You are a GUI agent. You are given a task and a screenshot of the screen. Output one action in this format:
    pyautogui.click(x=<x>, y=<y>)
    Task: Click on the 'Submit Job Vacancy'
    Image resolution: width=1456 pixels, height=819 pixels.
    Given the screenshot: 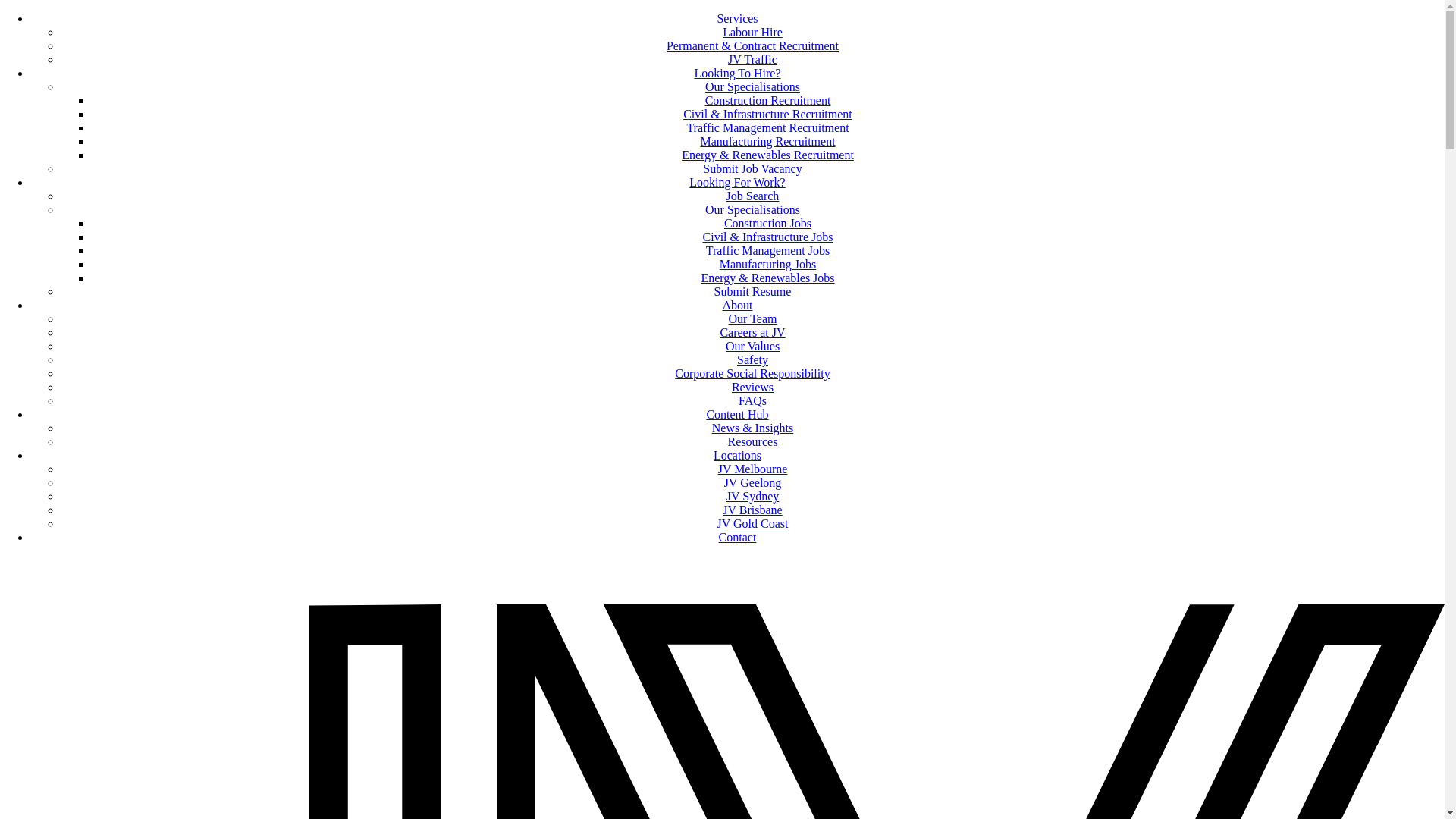 What is the action you would take?
    pyautogui.click(x=752, y=168)
    